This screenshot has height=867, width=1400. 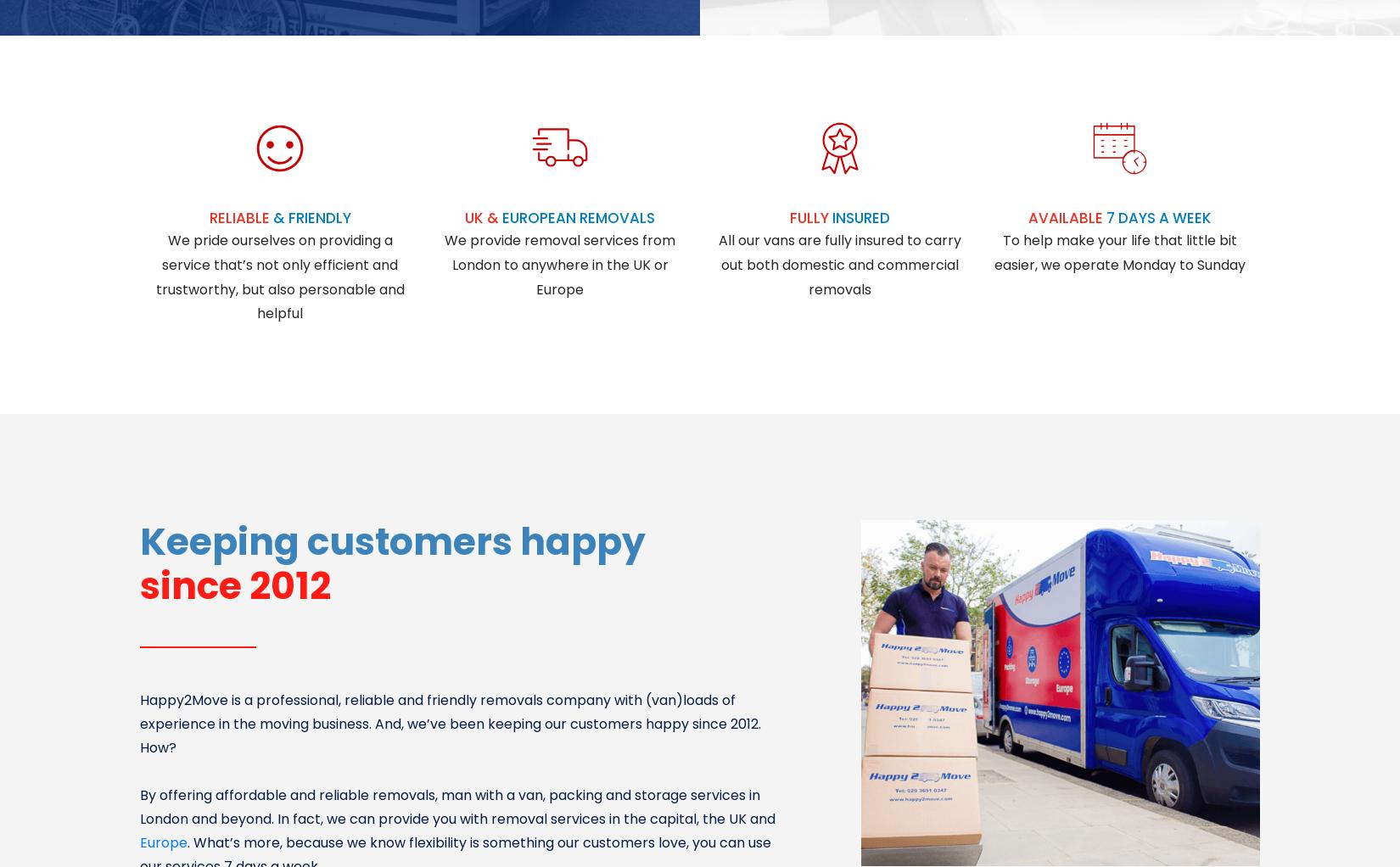 What do you see at coordinates (449, 724) in the screenshot?
I see `'Happy2Move is a professional, reliable and friendly removals company with (van)loads of experience in the moving business. And, we’ve been keeping our customers happy since 2012. How?'` at bounding box center [449, 724].